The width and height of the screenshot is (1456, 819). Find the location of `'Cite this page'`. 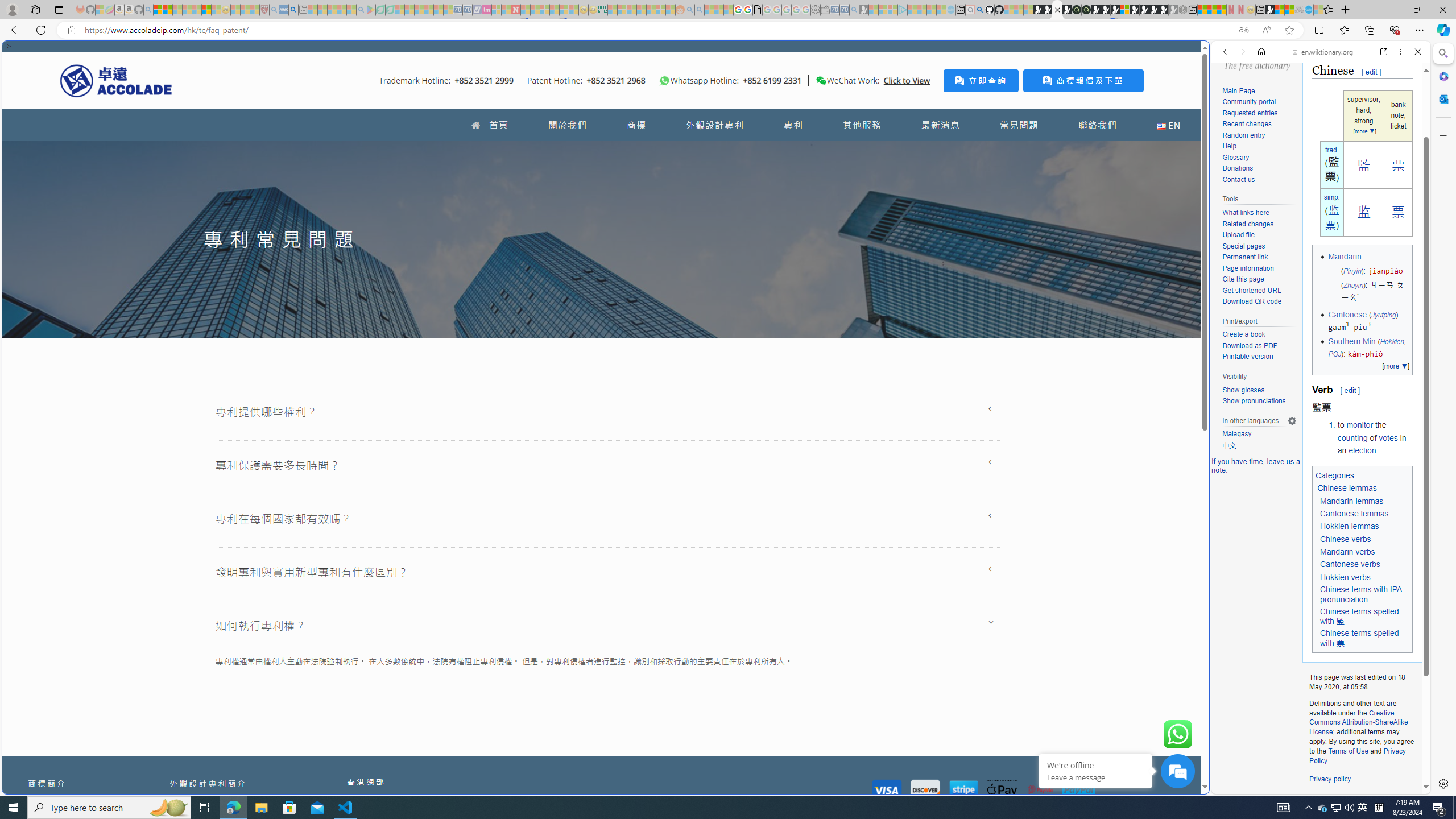

'Cite this page' is located at coordinates (1259, 279).